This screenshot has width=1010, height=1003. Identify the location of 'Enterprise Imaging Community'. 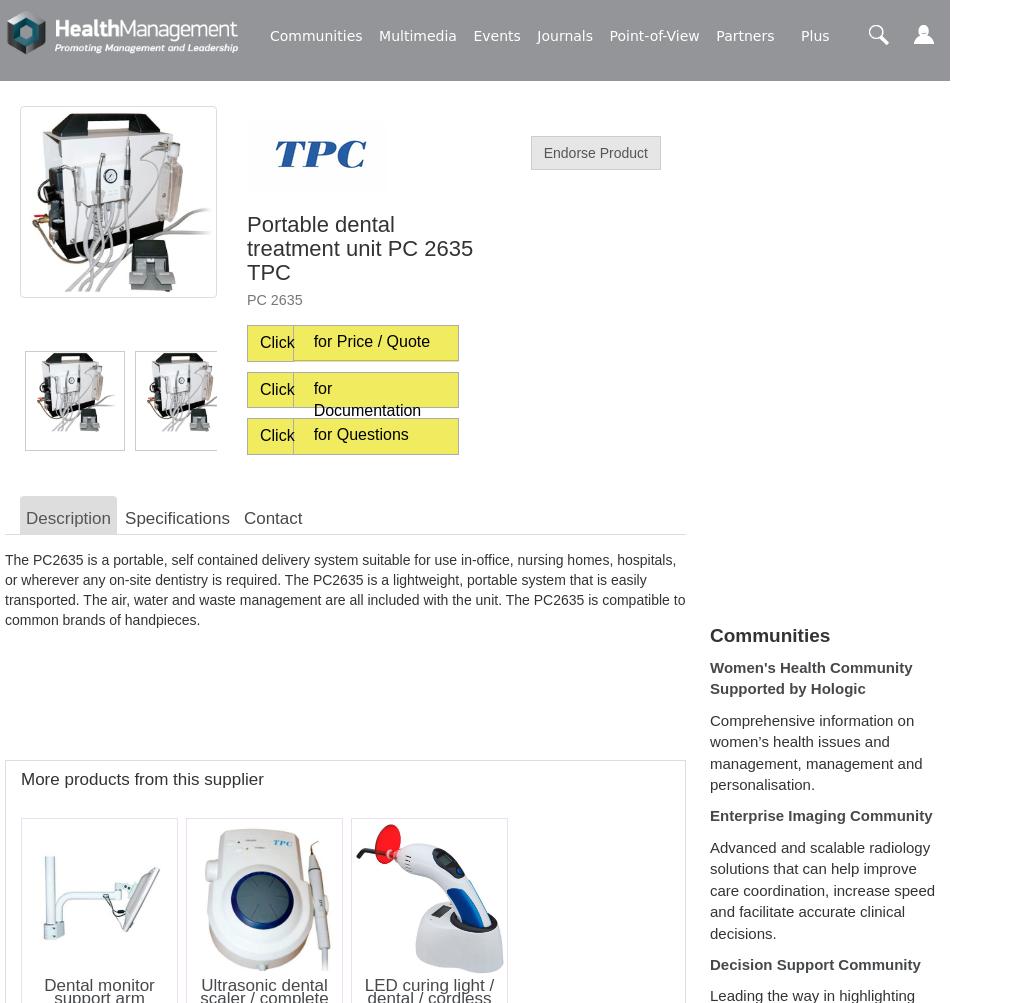
(709, 815).